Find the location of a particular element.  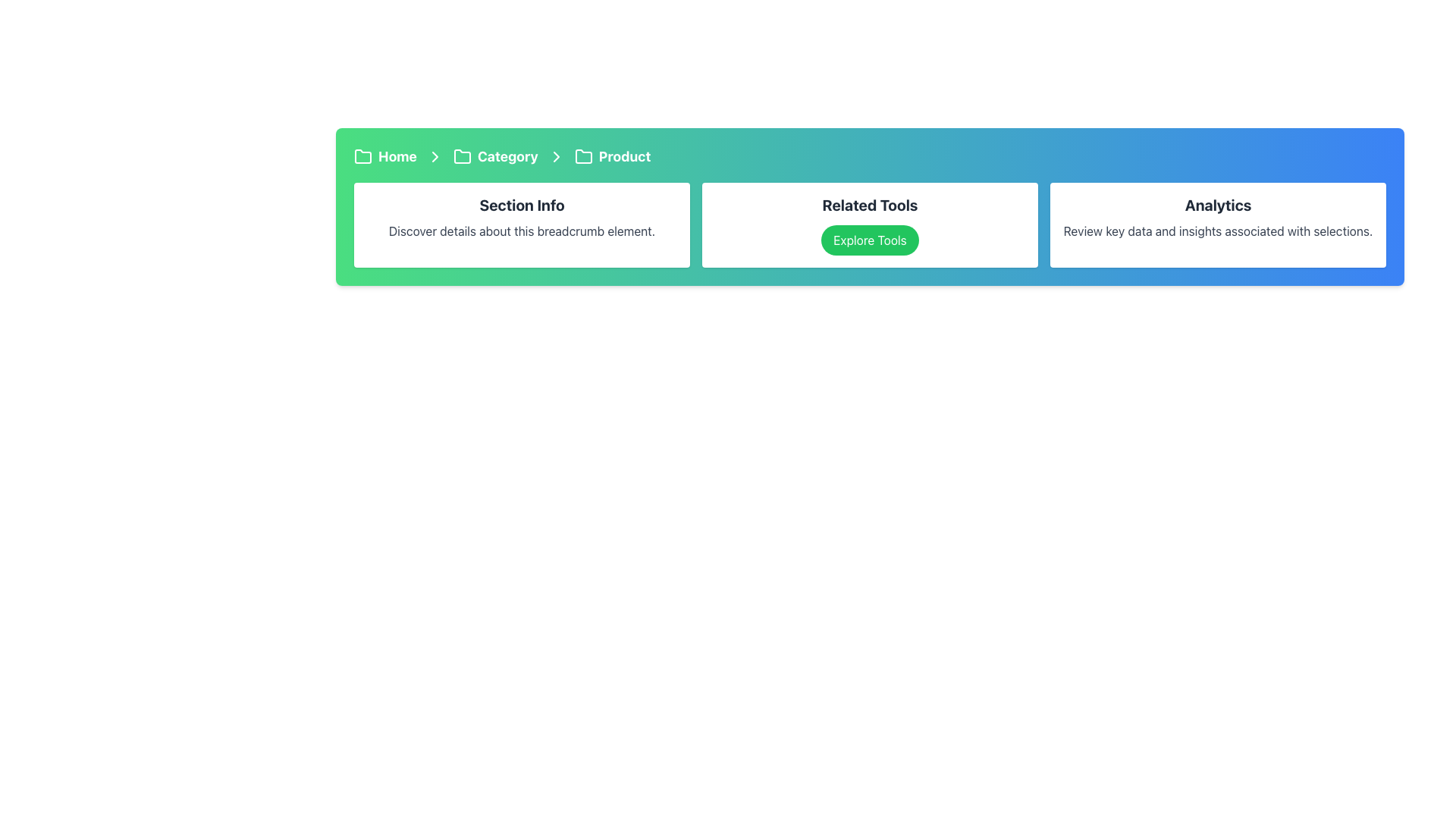

descriptive text within the static text element located below the 'Analytics' heading, which provides information about the Analytics section is located at coordinates (1218, 231).